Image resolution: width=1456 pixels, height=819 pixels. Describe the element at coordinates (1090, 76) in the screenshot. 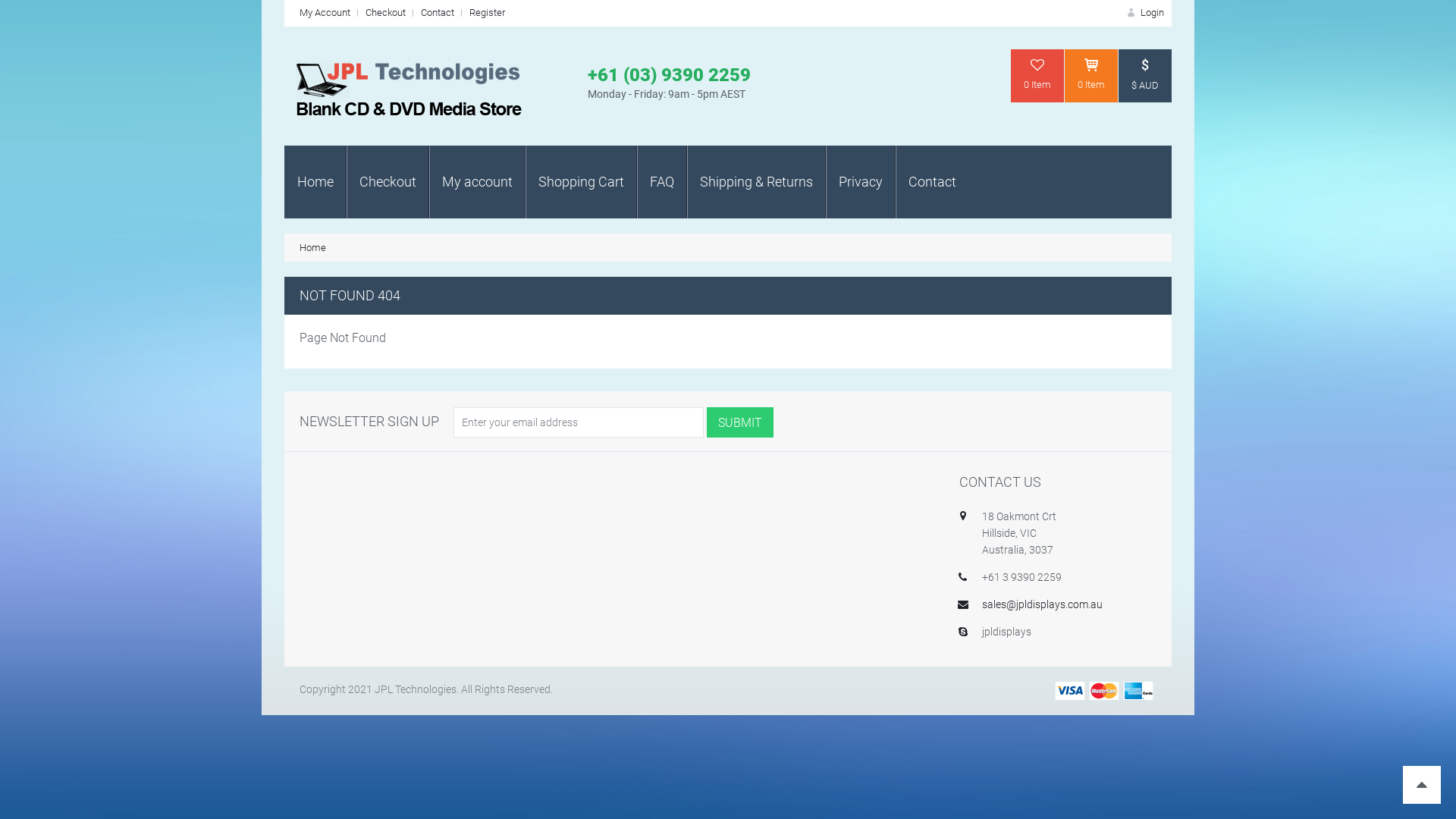

I see `'0 Item'` at that location.